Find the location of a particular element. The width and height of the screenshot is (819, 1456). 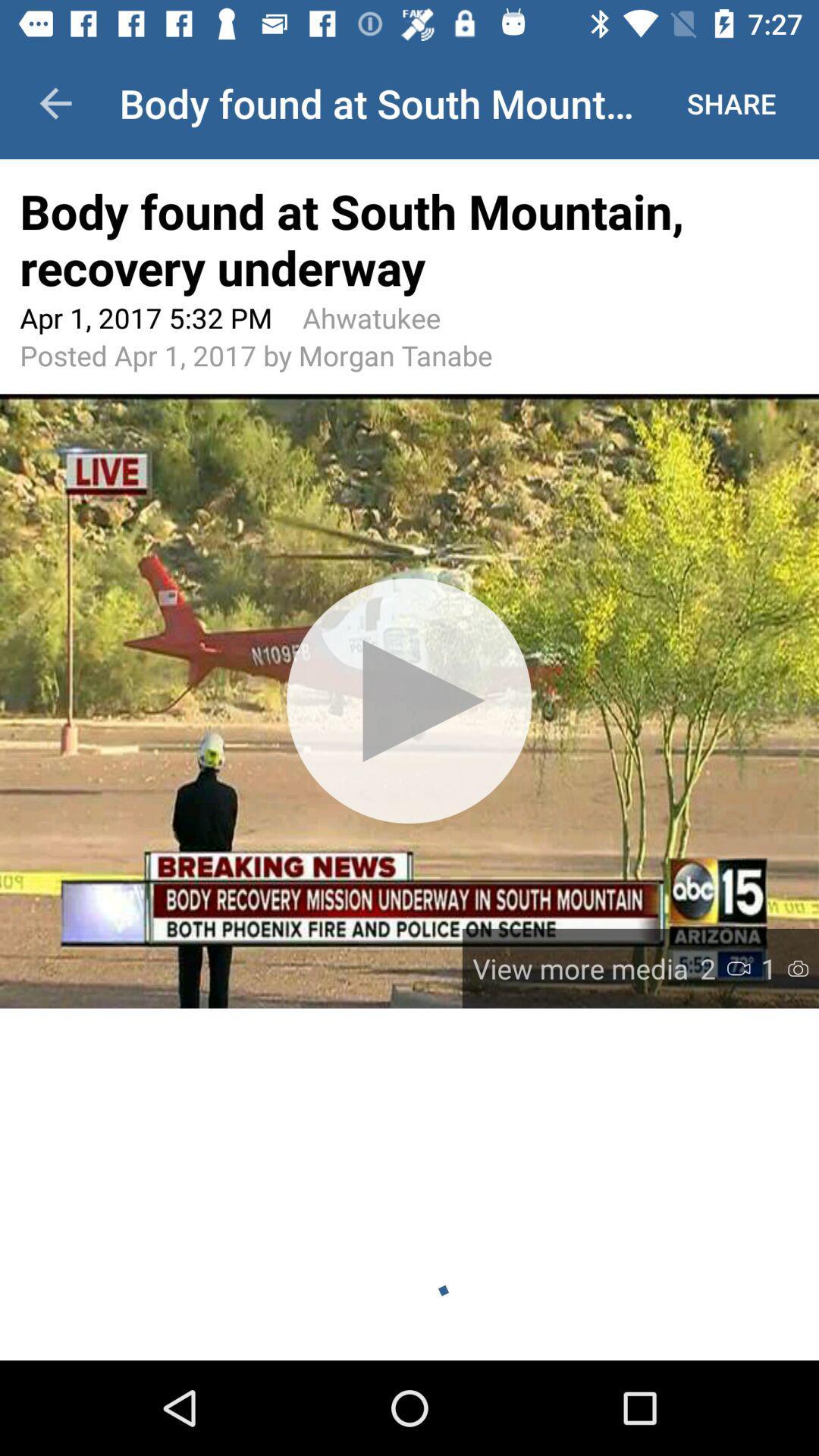

the icon above body found at icon is located at coordinates (730, 102).